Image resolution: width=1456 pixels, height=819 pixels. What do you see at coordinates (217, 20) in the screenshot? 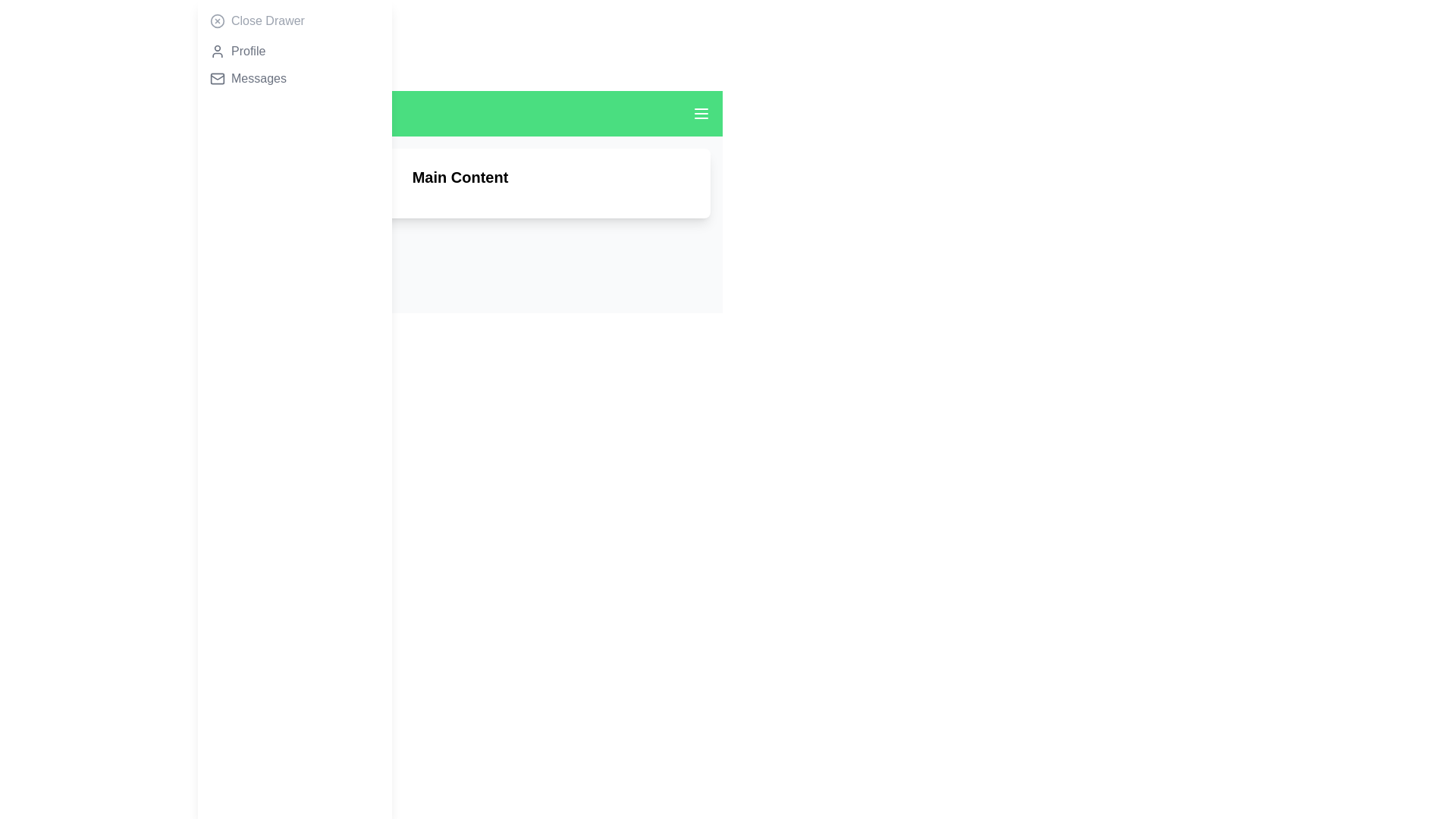
I see `the graphical icon located at the top-left corner of the interface within the sidebar` at bounding box center [217, 20].